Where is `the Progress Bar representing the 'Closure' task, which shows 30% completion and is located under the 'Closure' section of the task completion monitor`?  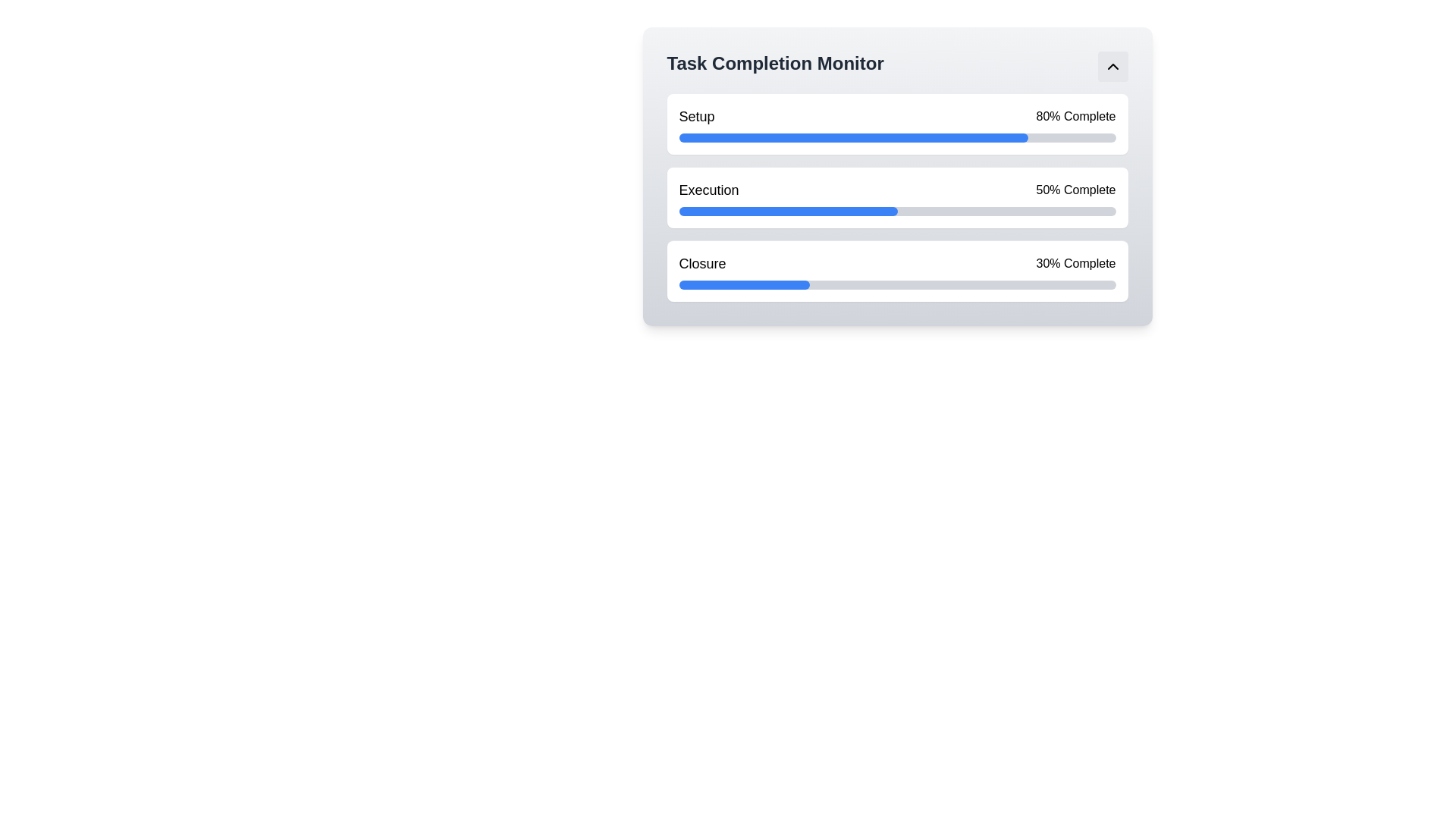 the Progress Bar representing the 'Closure' task, which shows 30% completion and is located under the 'Closure' section of the task completion monitor is located at coordinates (897, 284).